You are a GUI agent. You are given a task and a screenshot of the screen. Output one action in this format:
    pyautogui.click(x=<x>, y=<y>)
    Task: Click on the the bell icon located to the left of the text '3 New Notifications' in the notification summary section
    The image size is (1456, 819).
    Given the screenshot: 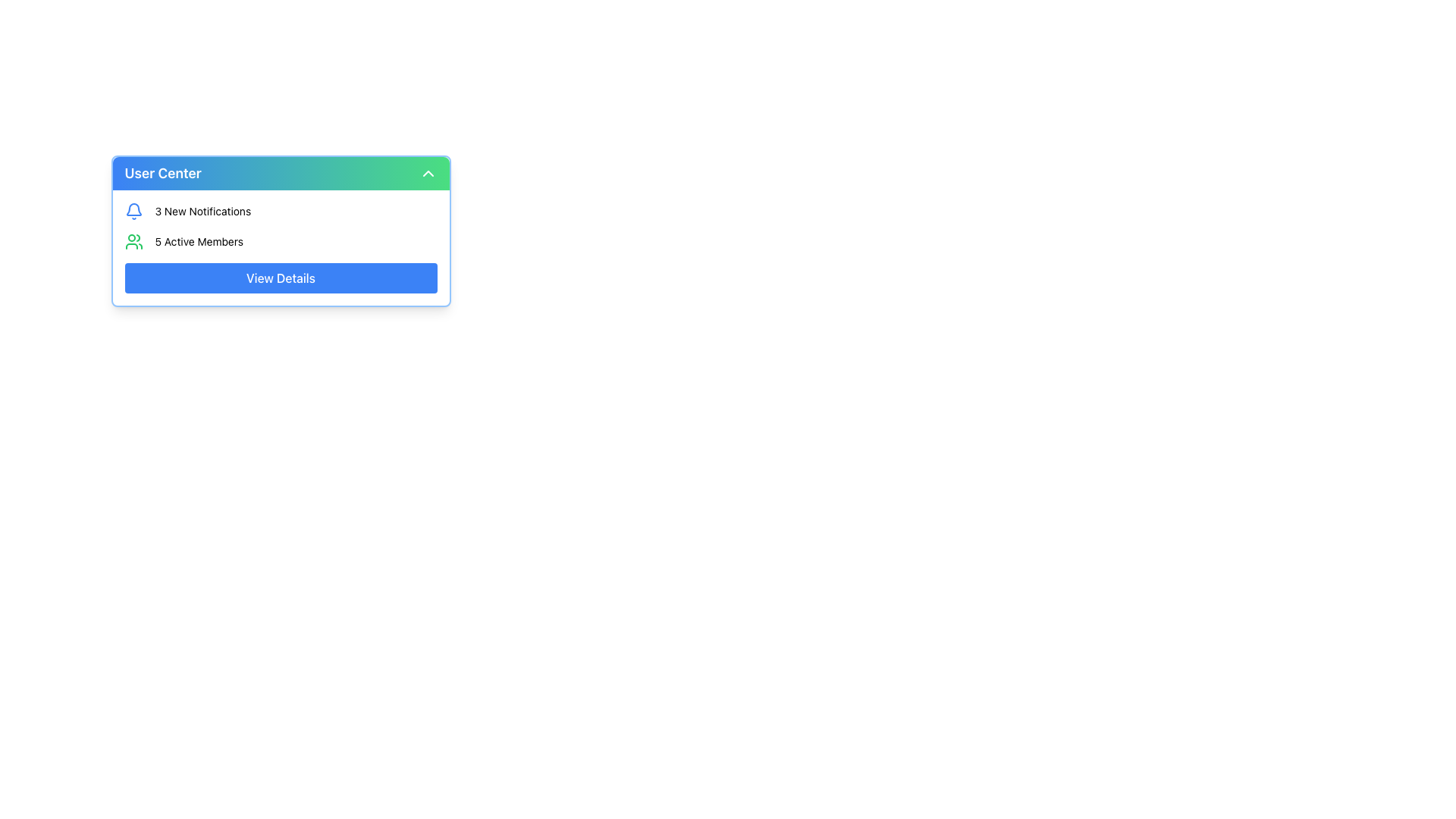 What is the action you would take?
    pyautogui.click(x=133, y=211)
    